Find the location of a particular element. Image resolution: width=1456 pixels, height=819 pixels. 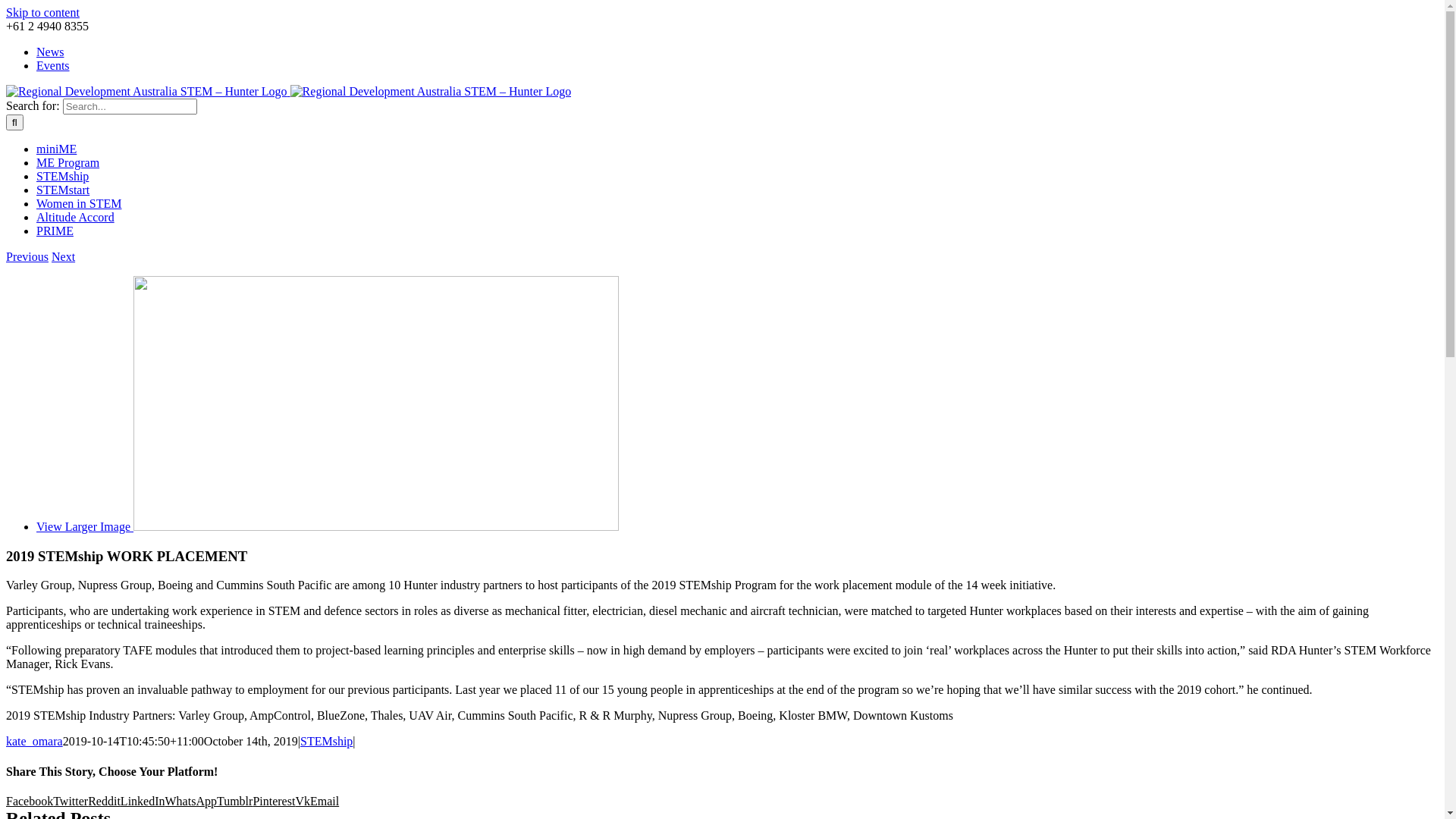

'WhatsApp' is located at coordinates (190, 800).